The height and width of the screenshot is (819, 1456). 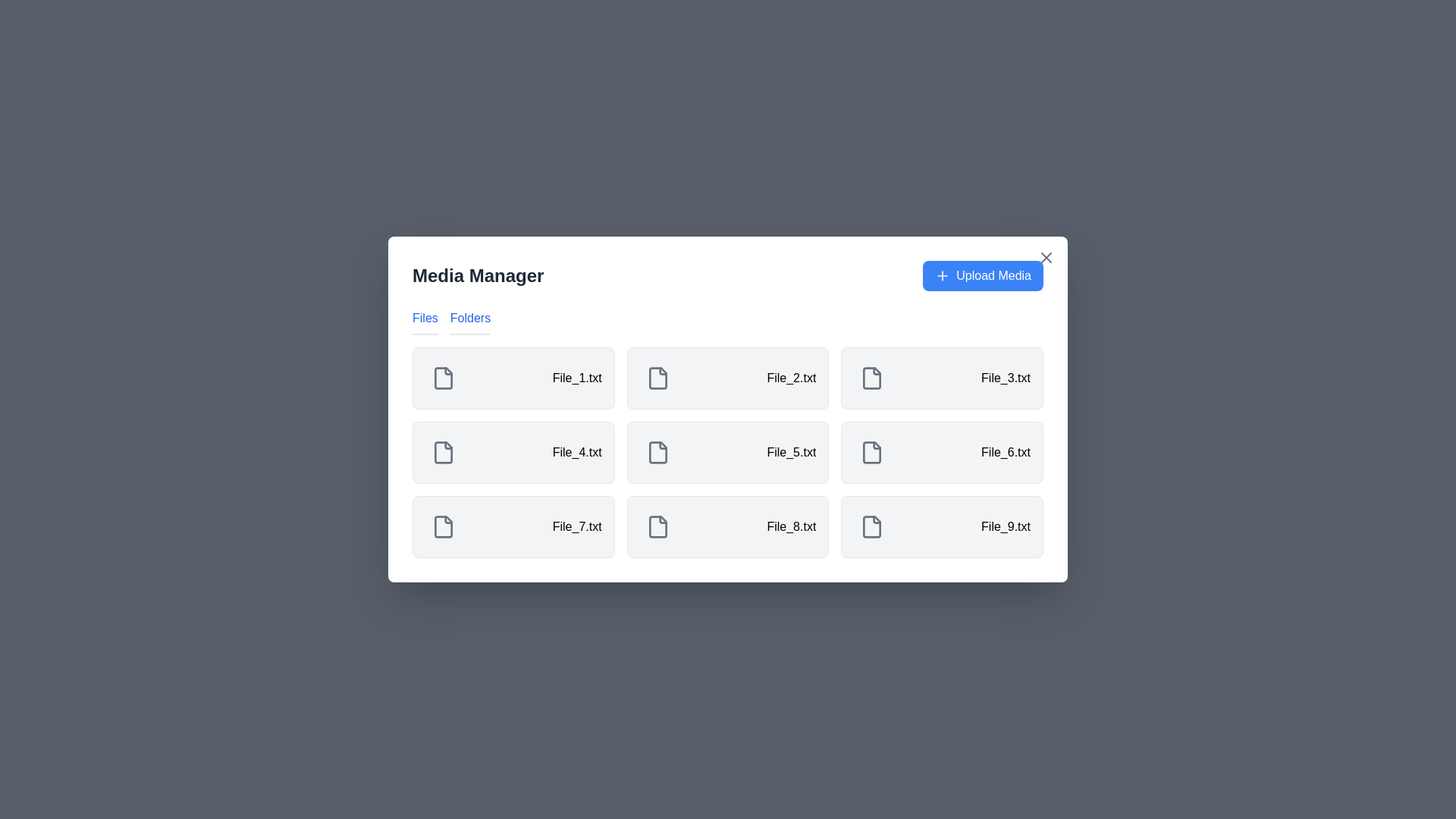 What do you see at coordinates (728, 409) in the screenshot?
I see `the central modal dialog box with a white background and rounded corners to interact with its elements` at bounding box center [728, 409].